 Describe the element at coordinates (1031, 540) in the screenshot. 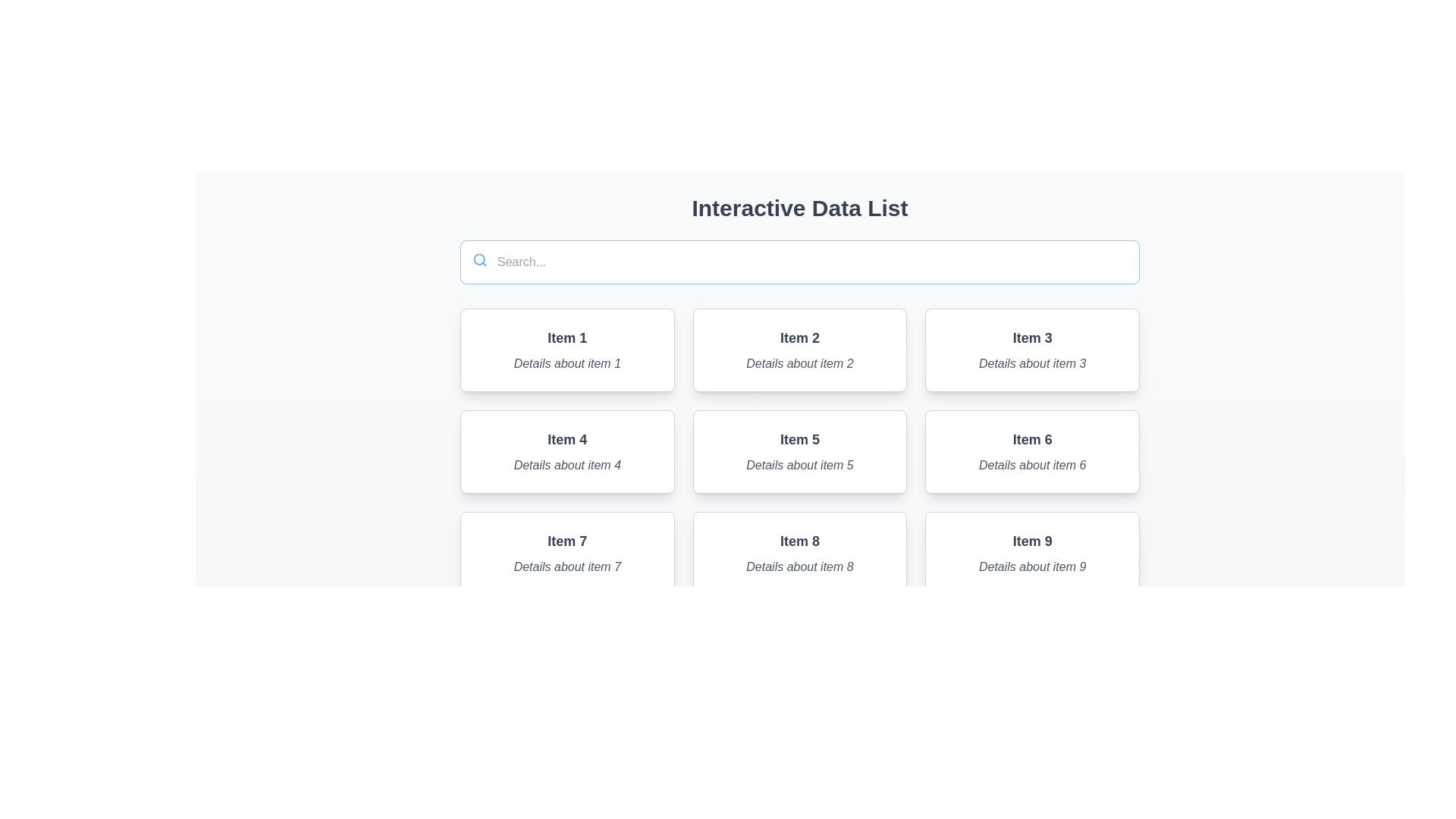

I see `the text label displaying 'Item 9' in bold formatting` at that location.